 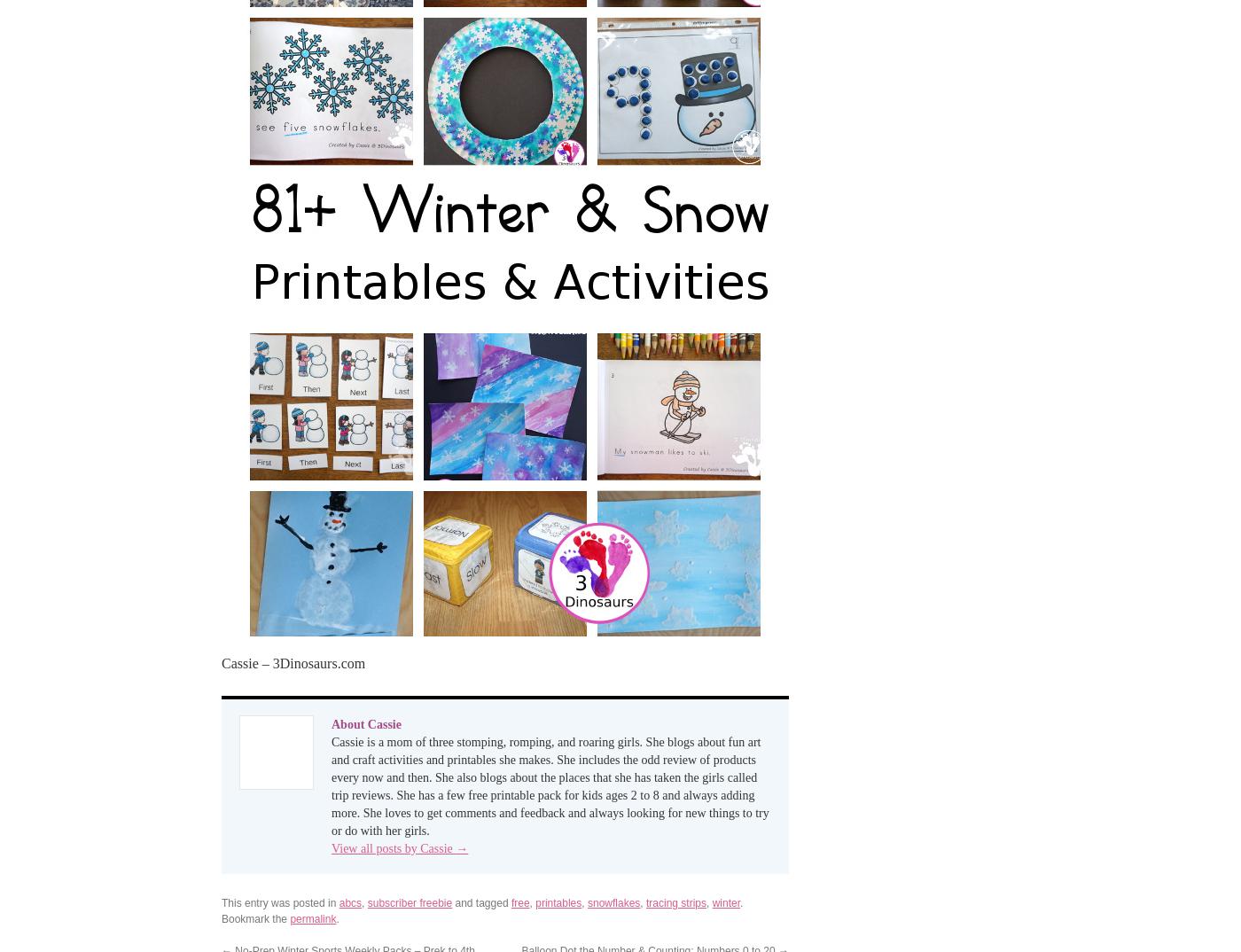 What do you see at coordinates (550, 784) in the screenshot?
I see `'Cassie is a mom of three stomping, romping, and roaring girls. She blogs about fun art and craft activities and printables she makes. She includes the odd review of products every now and then. She also blogs about the places that she has taken the girls called trip reviews. She has a few free printable pack for kids ages 2 to 8 and always adding more. She loves to get comments and feedback and always looking for new things to try or do with her girls.'` at bounding box center [550, 784].